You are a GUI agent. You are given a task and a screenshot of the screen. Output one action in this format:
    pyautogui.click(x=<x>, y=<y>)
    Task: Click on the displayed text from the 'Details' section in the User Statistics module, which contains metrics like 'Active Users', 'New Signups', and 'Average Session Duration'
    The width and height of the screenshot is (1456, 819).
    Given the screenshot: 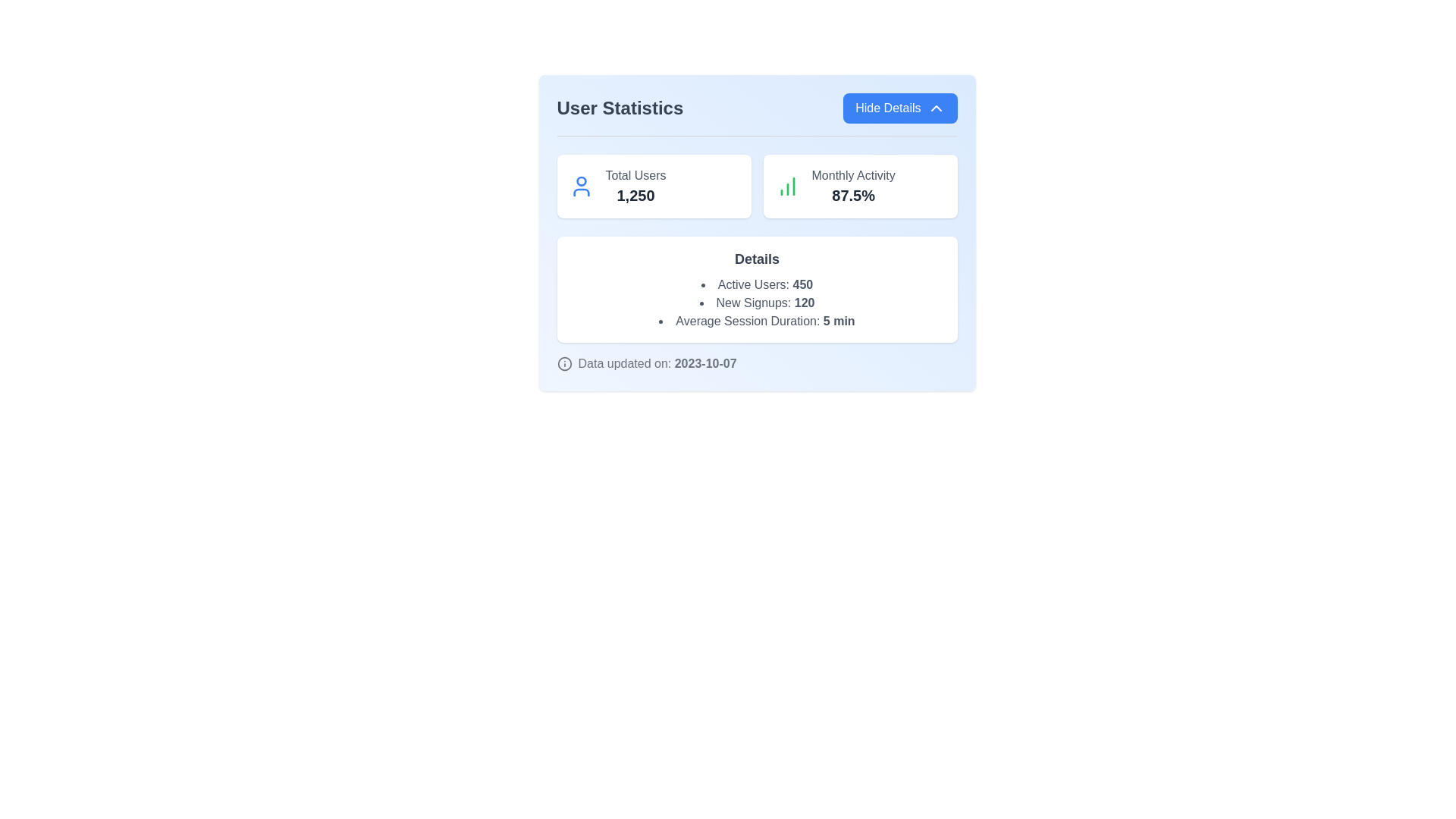 What is the action you would take?
    pyautogui.click(x=757, y=289)
    